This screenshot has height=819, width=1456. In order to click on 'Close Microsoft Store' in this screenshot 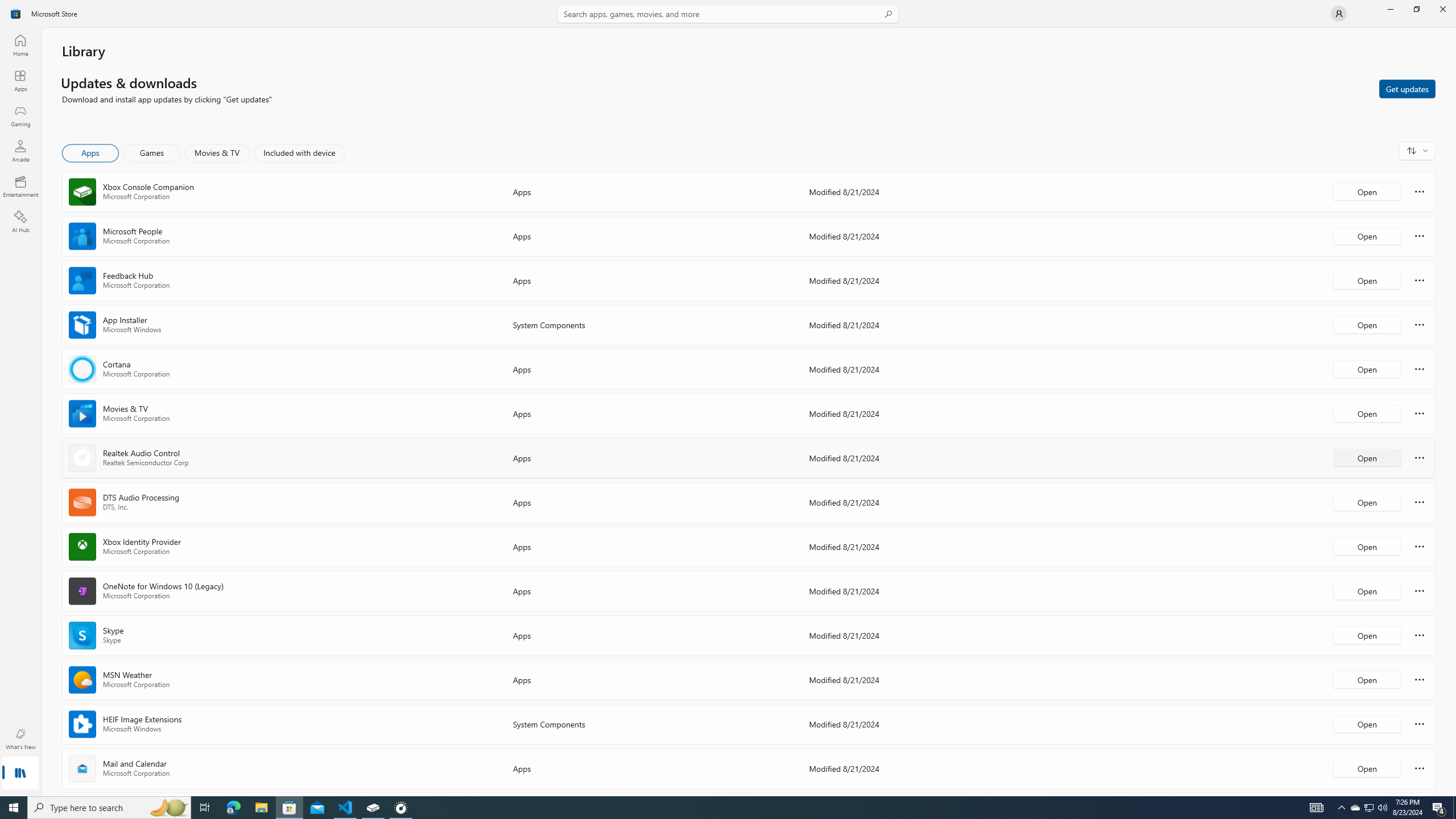, I will do `click(1442, 9)`.